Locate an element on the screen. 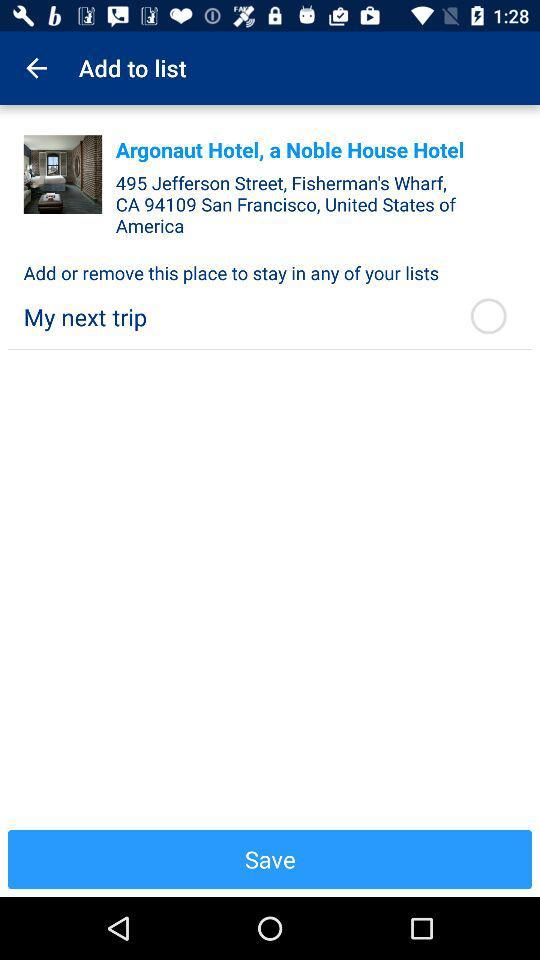 The image size is (540, 960). icon above add or remove app is located at coordinates (63, 173).